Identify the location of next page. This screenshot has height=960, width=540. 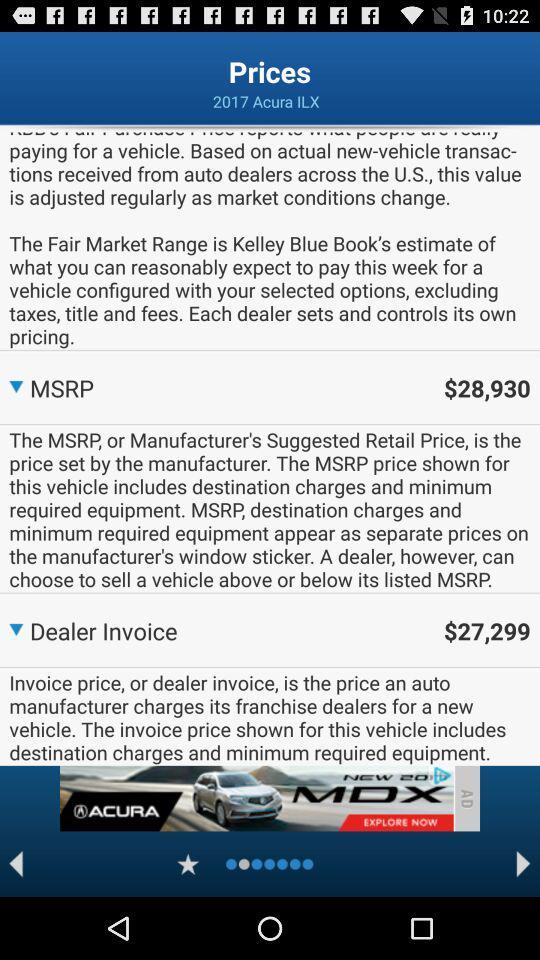
(523, 863).